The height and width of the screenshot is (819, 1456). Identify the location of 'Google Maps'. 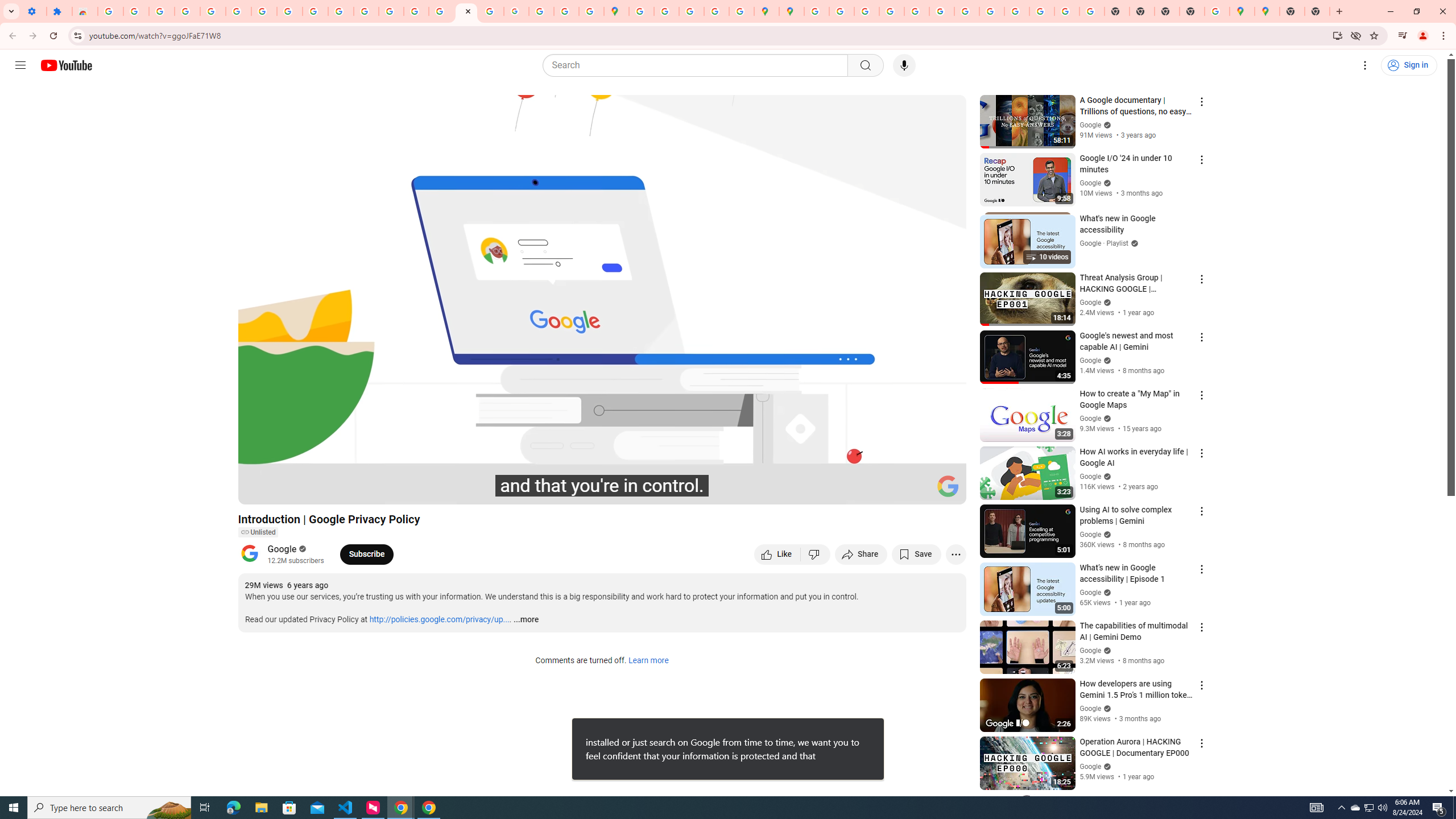
(1241, 11).